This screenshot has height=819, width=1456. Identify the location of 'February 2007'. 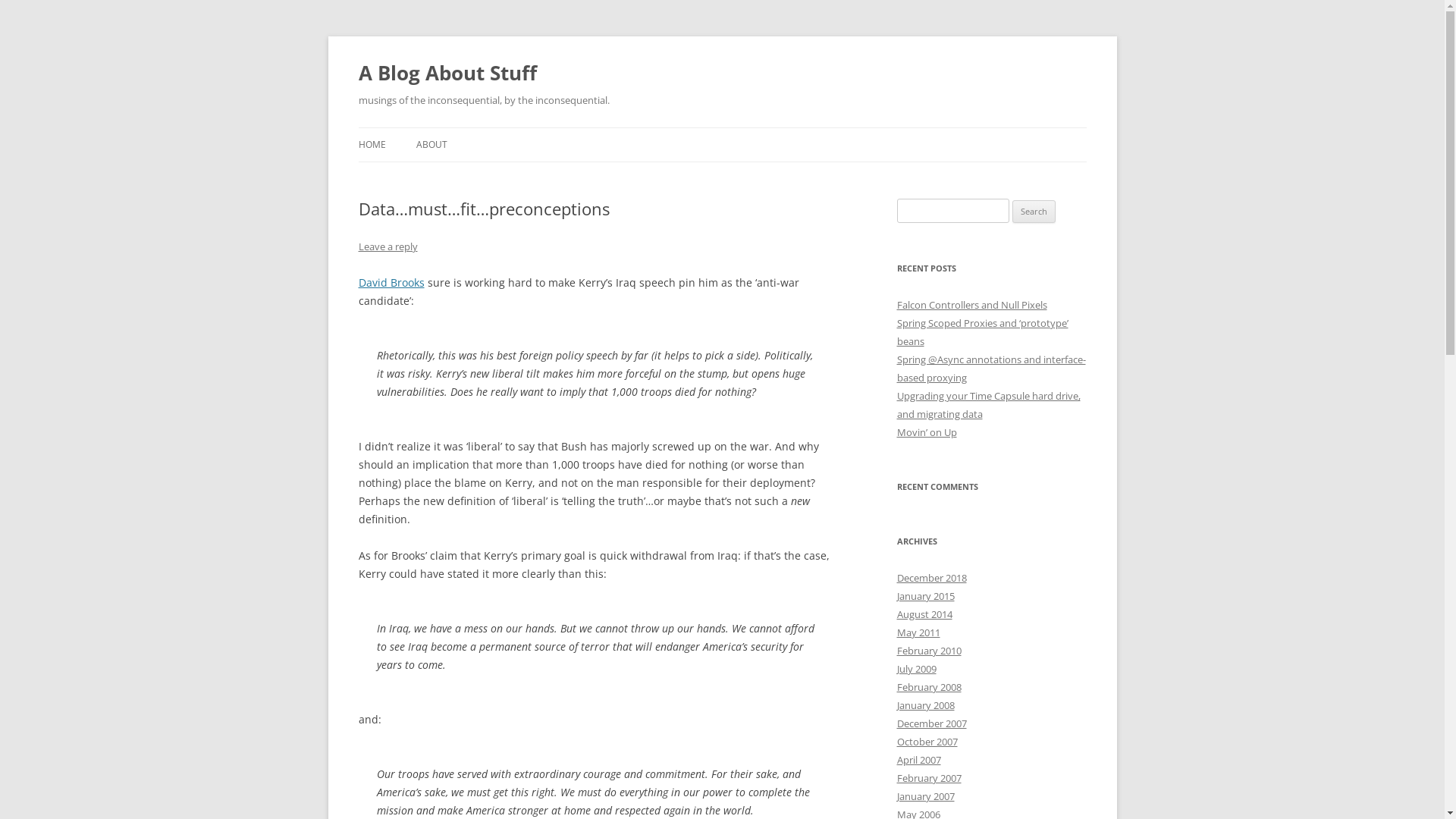
(927, 778).